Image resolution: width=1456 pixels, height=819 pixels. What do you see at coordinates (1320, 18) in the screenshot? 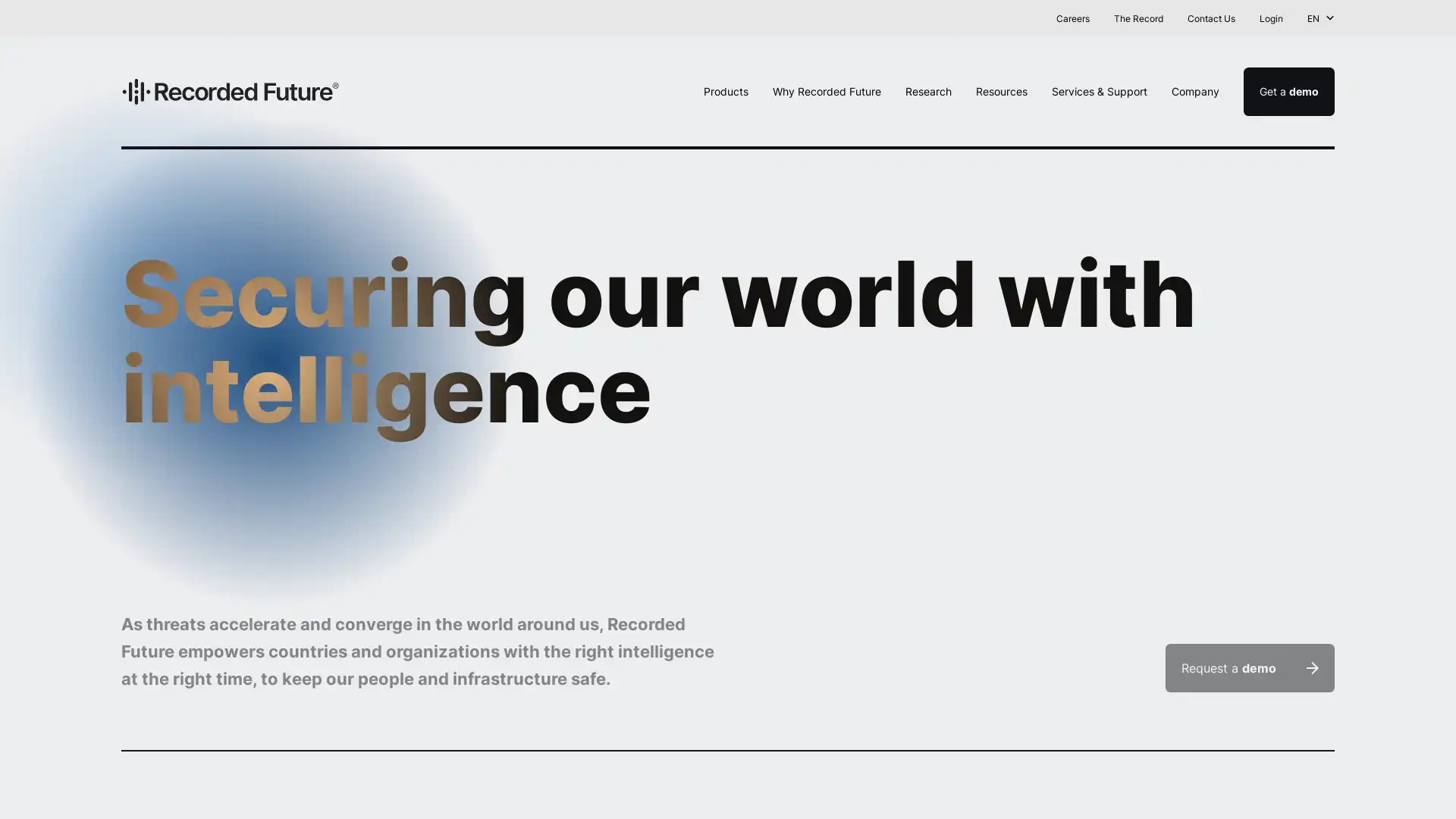
I see `EN` at bounding box center [1320, 18].